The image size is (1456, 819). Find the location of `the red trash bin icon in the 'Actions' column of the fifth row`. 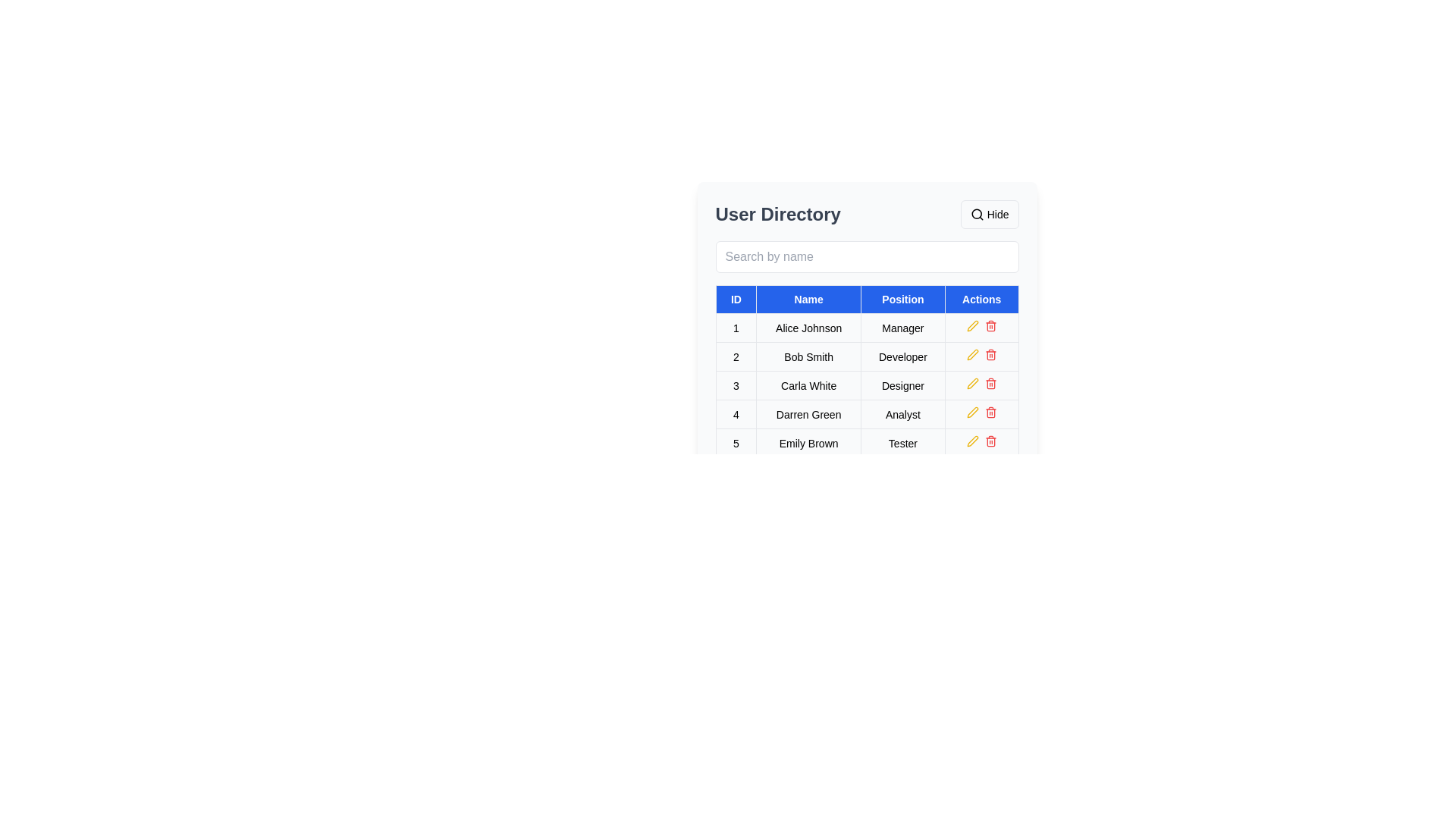

the red trash bin icon in the 'Actions' column of the fifth row is located at coordinates (990, 441).